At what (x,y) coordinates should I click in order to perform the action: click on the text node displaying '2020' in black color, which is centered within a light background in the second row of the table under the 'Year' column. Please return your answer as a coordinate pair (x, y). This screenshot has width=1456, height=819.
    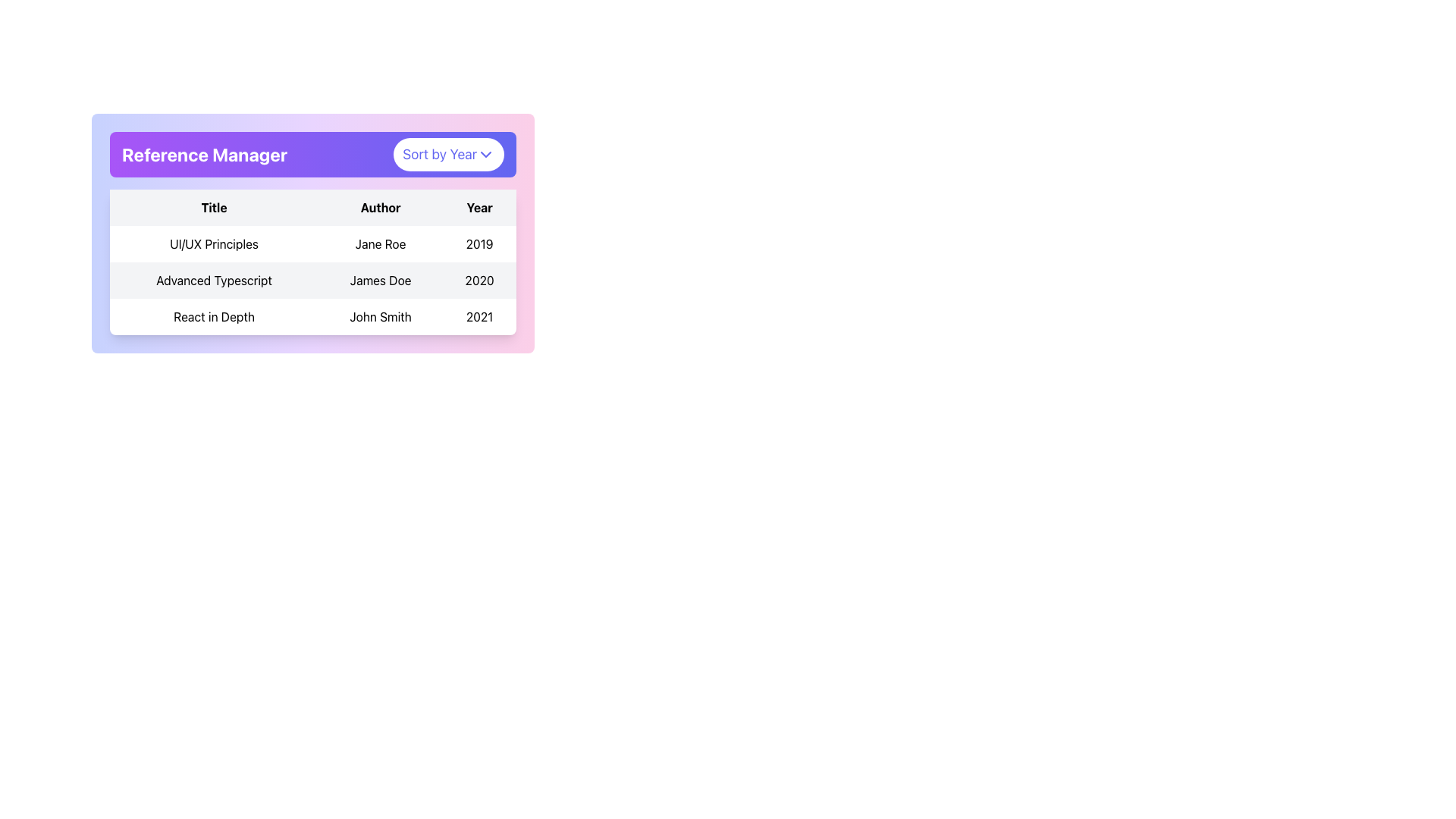
    Looking at the image, I should click on (479, 281).